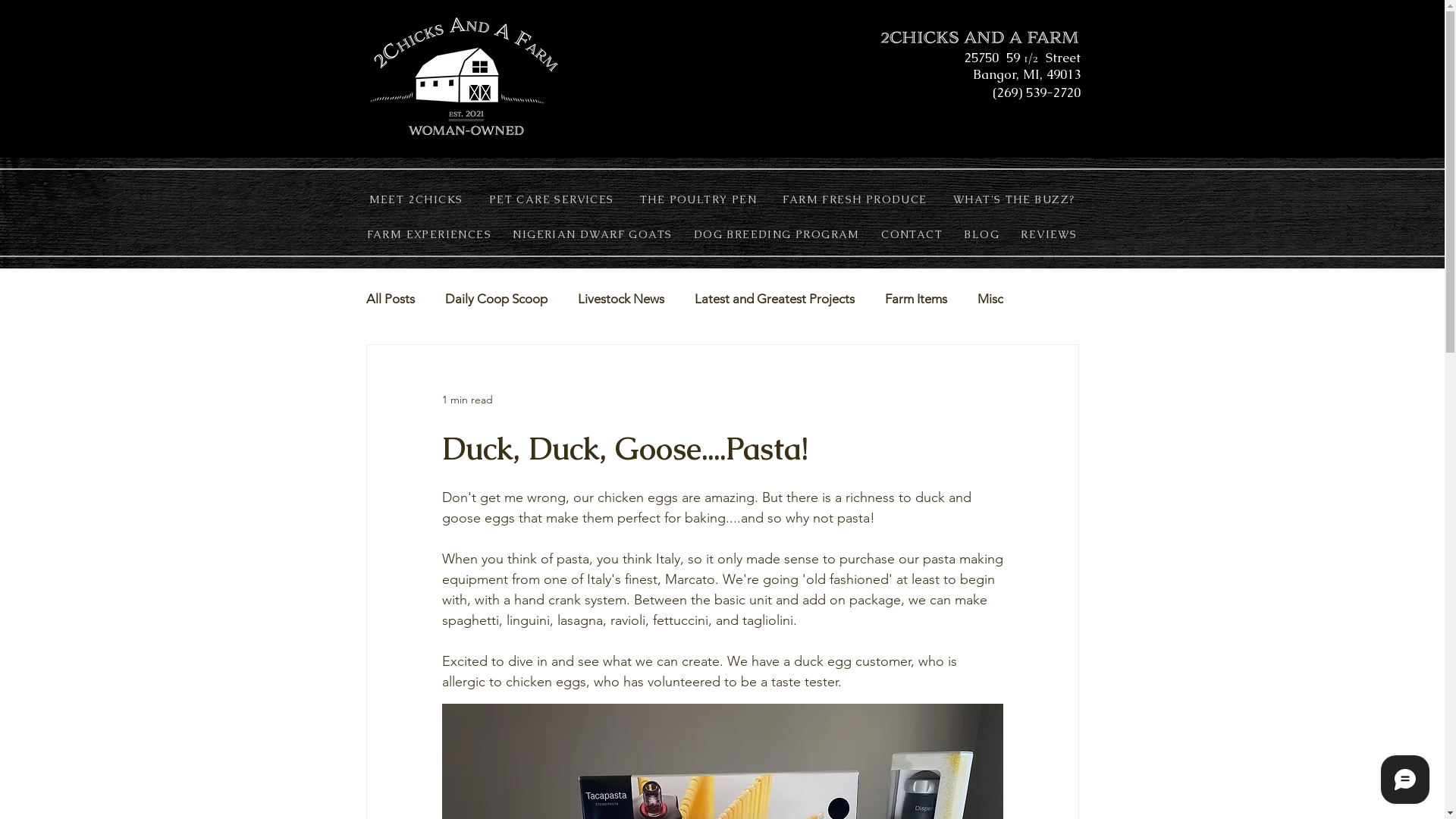  I want to click on 'NIGERIAN DWARF GOATS', so click(591, 234).